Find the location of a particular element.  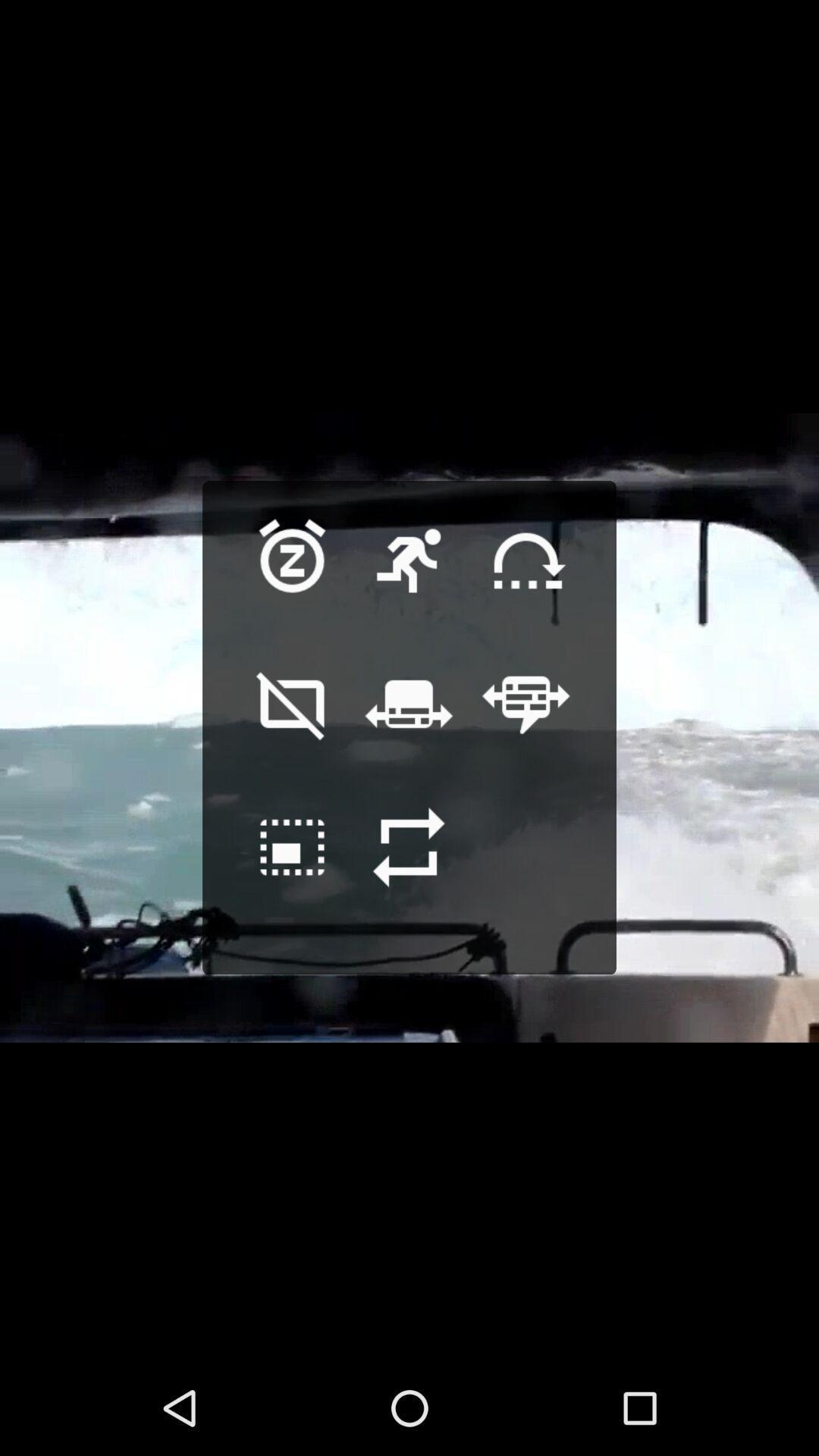

set alarm clock is located at coordinates (292, 584).